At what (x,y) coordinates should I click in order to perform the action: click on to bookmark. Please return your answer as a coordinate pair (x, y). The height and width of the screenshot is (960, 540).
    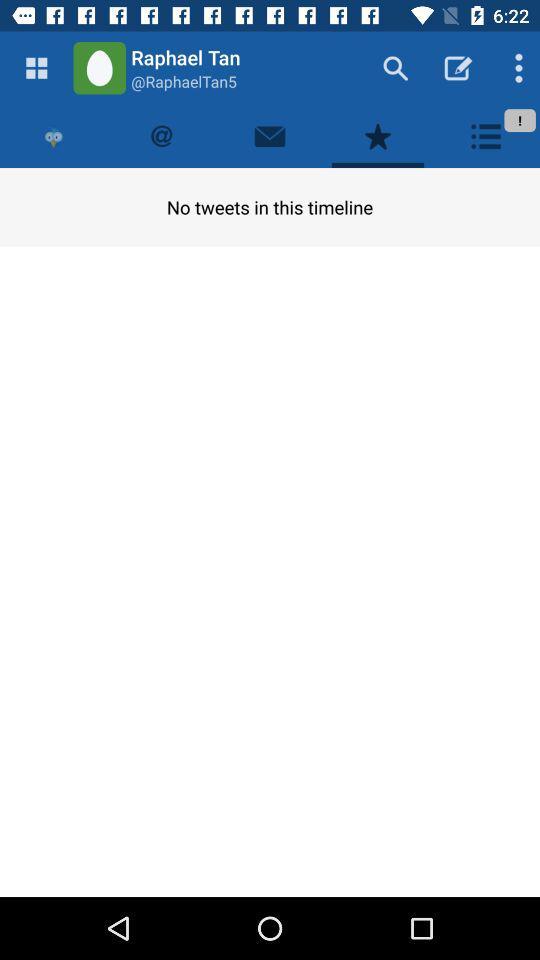
    Looking at the image, I should click on (378, 135).